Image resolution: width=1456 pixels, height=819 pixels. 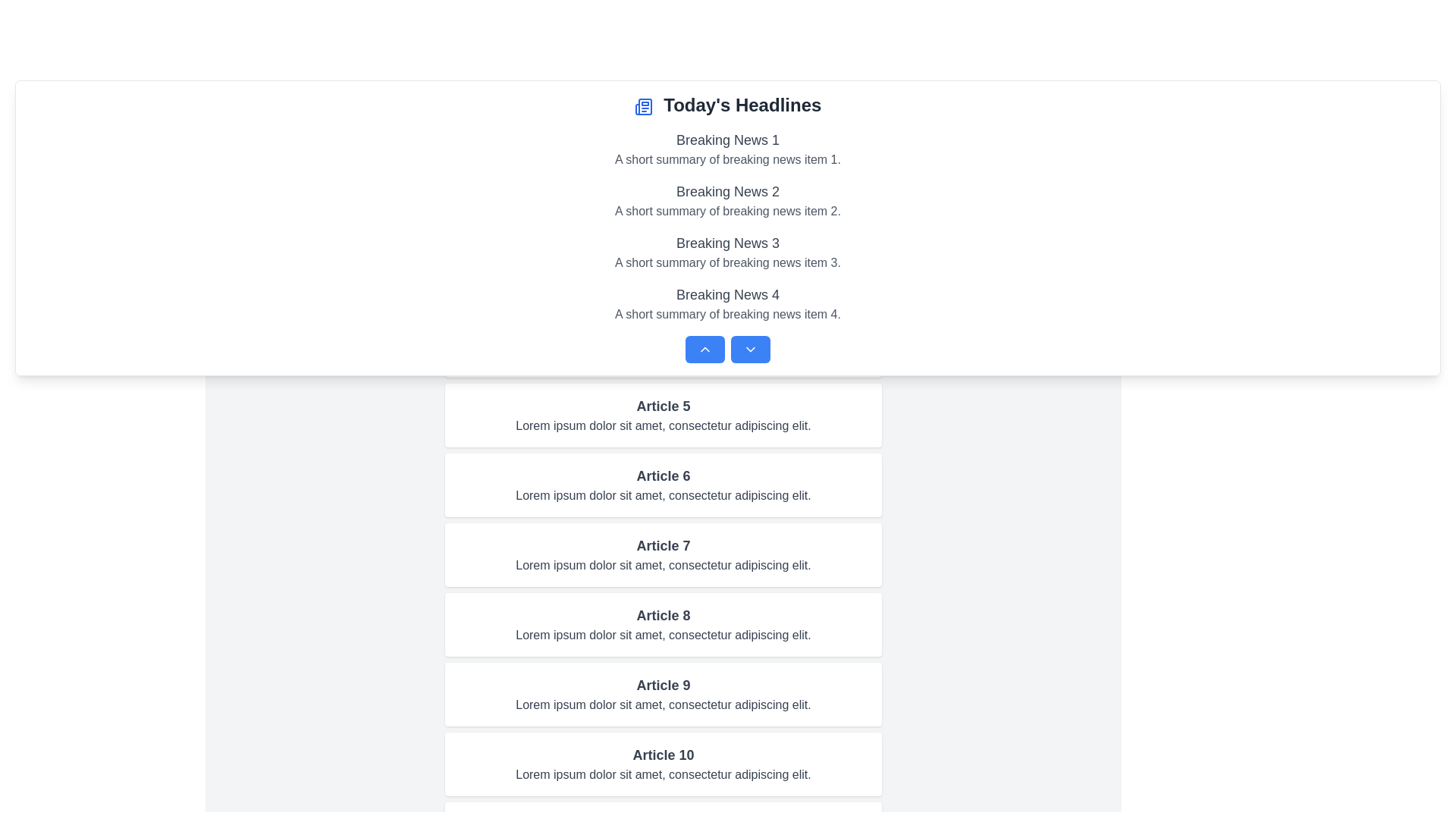 What do you see at coordinates (728, 242) in the screenshot?
I see `the text label displaying 'Breaking News 3', which is styled with a larger font size and medium-bold weight in gray color, located under 'Today's Headlines'` at bounding box center [728, 242].